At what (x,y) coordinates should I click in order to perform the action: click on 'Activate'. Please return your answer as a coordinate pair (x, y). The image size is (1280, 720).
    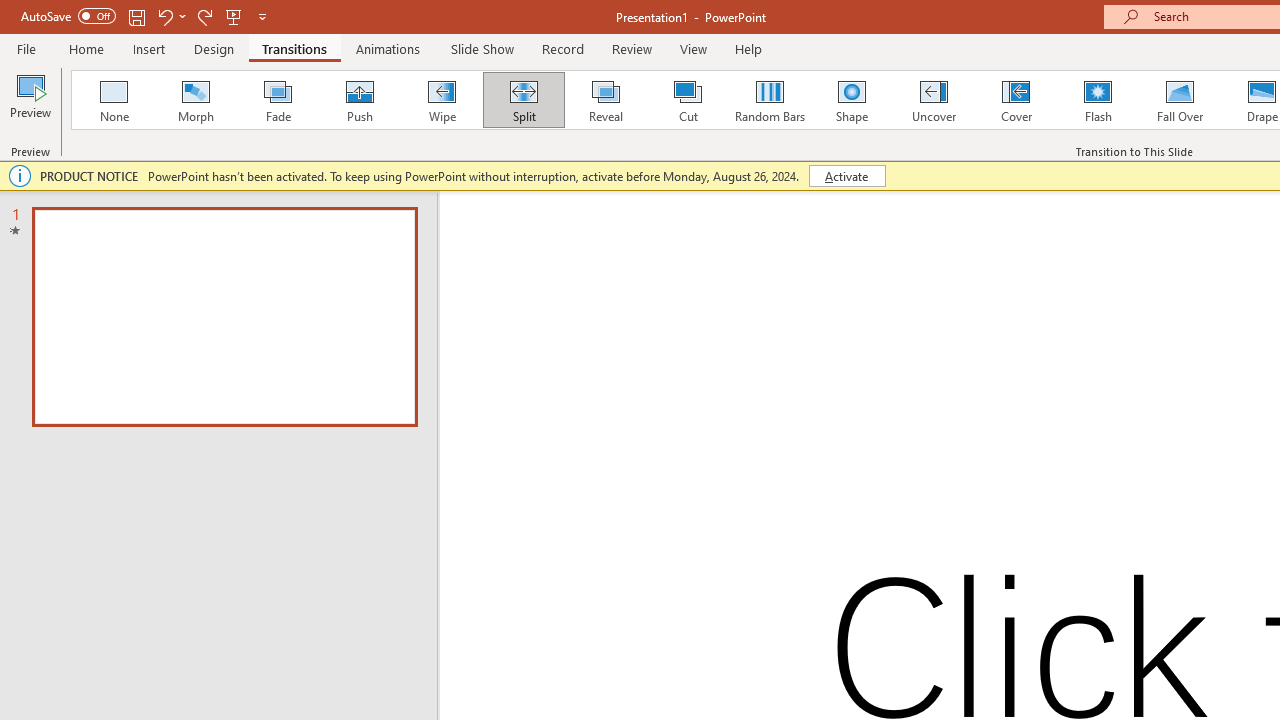
    Looking at the image, I should click on (847, 175).